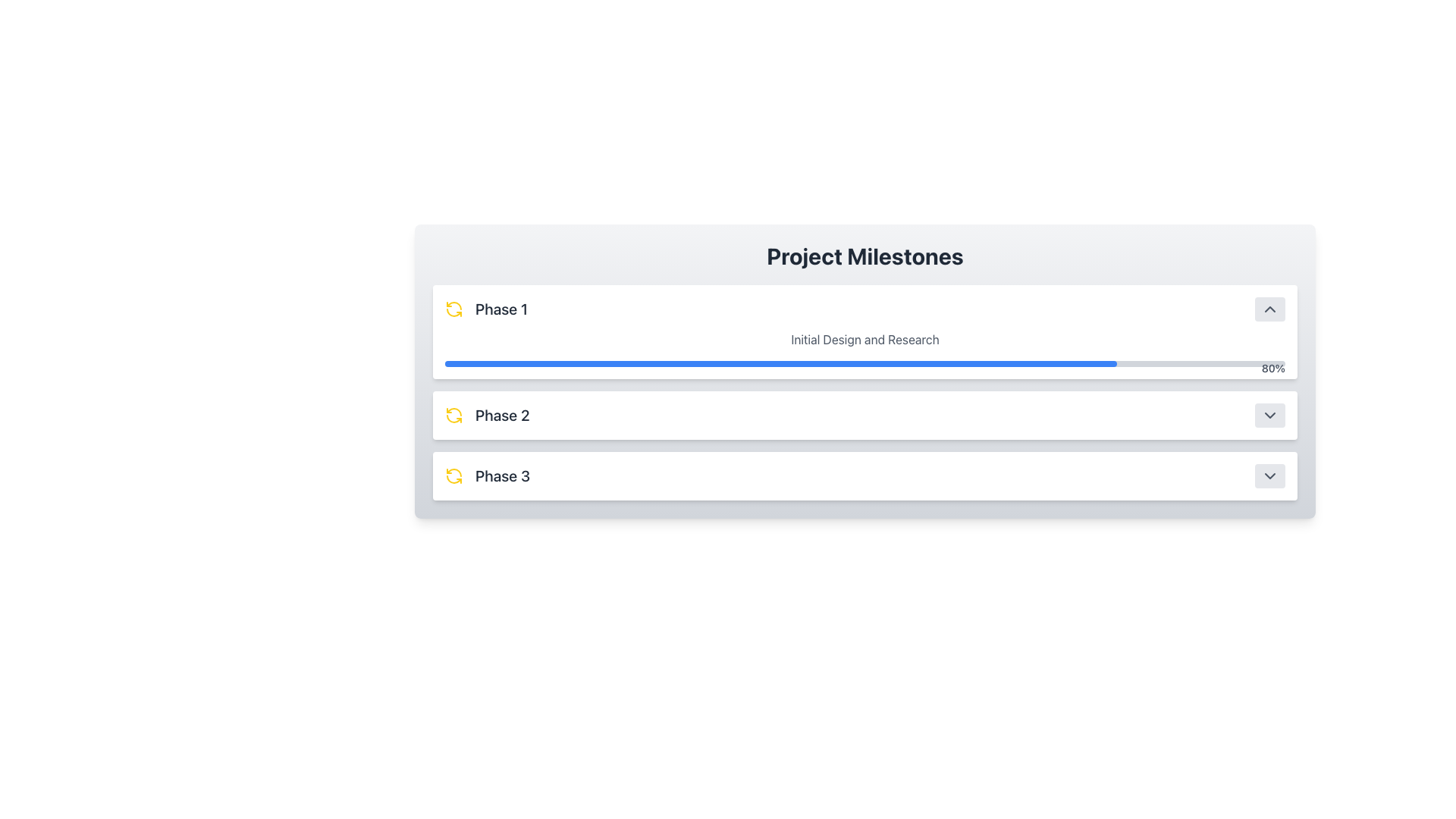 The height and width of the screenshot is (819, 1456). I want to click on the dropdown toggle button located on the right side of the 'Phase 3' row in the 'Project Milestones' interface, so click(1270, 475).